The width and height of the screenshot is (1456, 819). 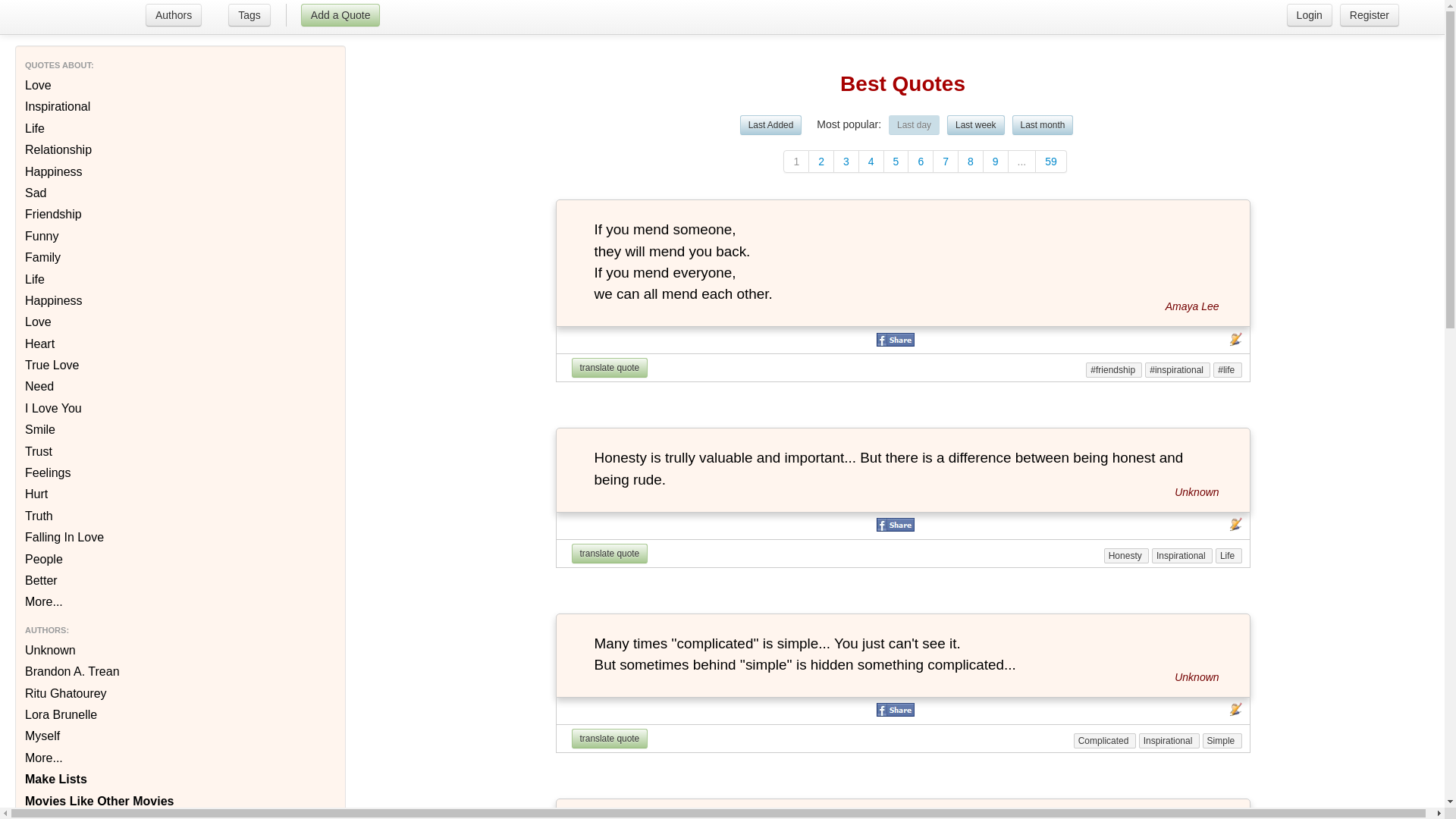 What do you see at coordinates (945, 161) in the screenshot?
I see `'7'` at bounding box center [945, 161].